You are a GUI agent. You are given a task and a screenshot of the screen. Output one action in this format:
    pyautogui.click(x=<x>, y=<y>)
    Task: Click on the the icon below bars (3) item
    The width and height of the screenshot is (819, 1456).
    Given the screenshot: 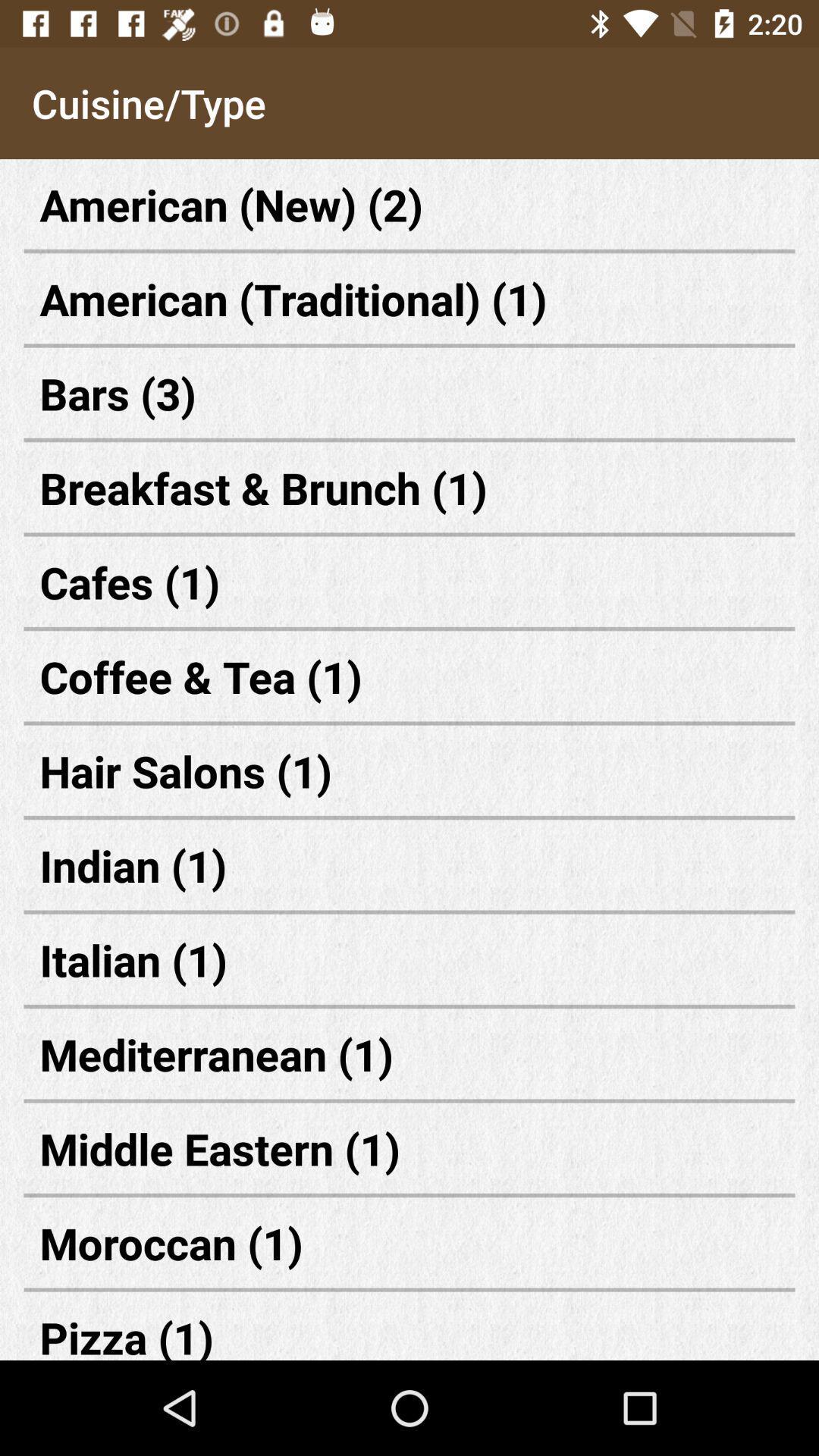 What is the action you would take?
    pyautogui.click(x=409, y=488)
    